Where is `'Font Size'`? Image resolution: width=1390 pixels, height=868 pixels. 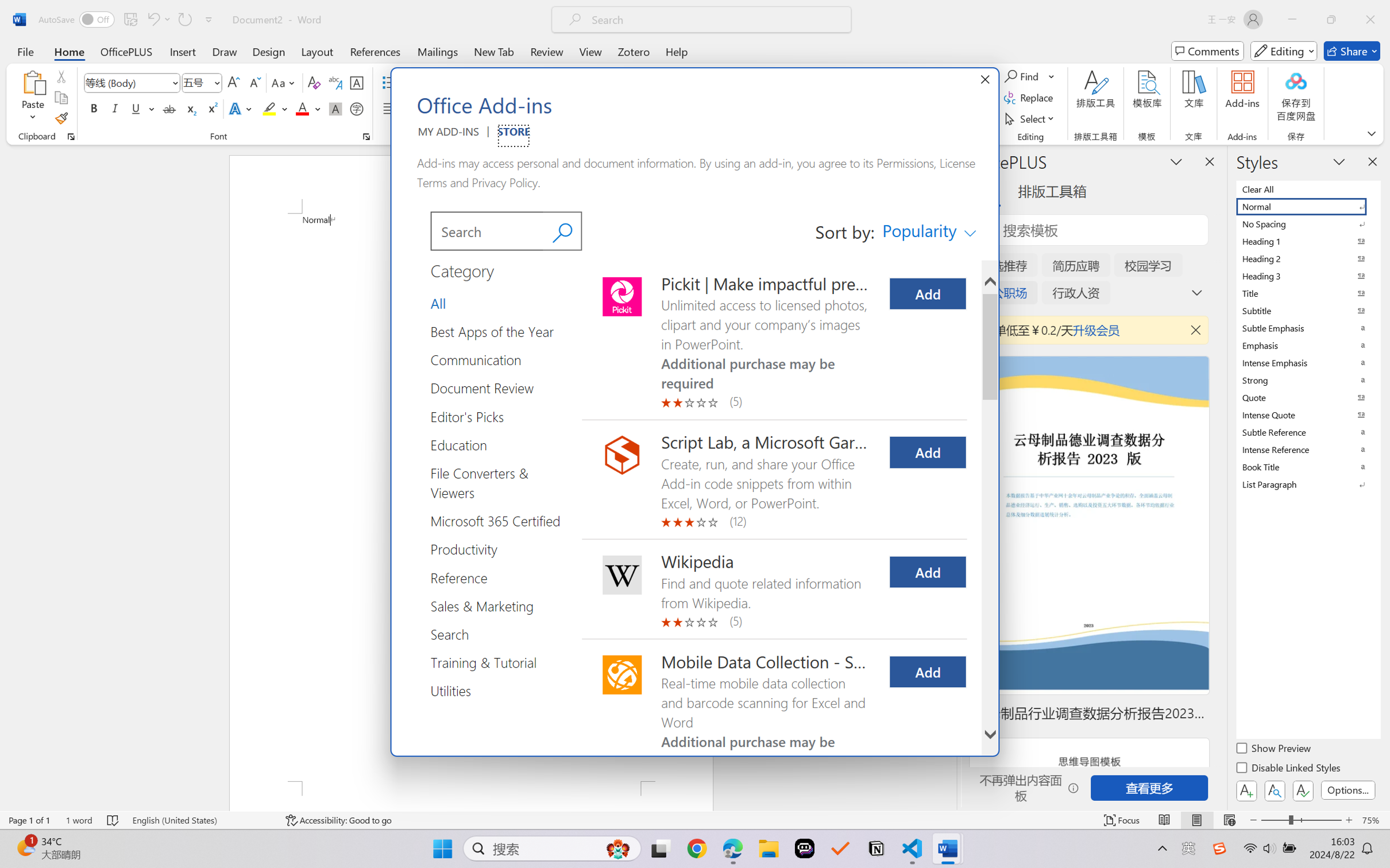 'Font Size' is located at coordinates (202, 83).